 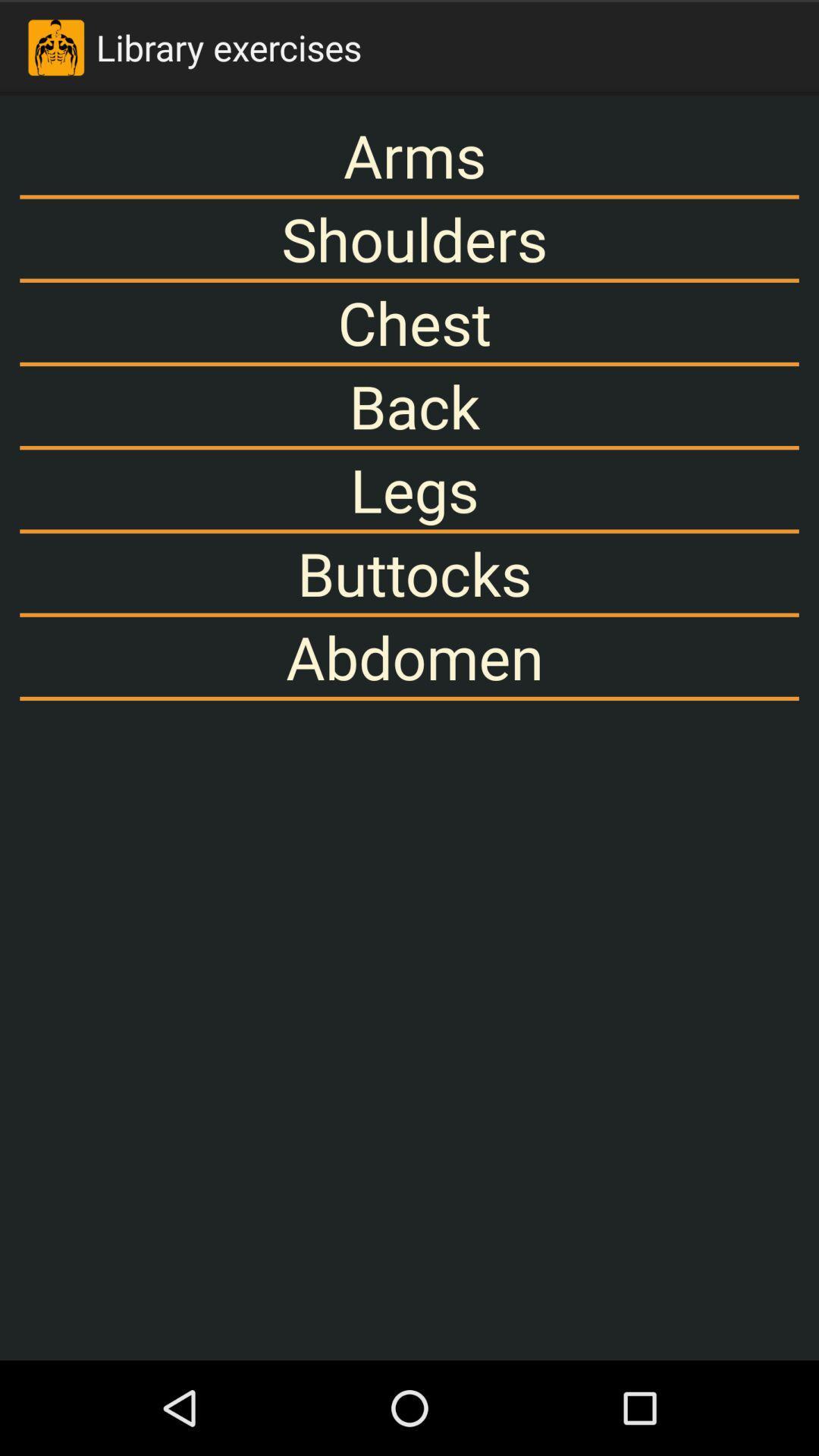 I want to click on the item above abdomen app, so click(x=409, y=573).